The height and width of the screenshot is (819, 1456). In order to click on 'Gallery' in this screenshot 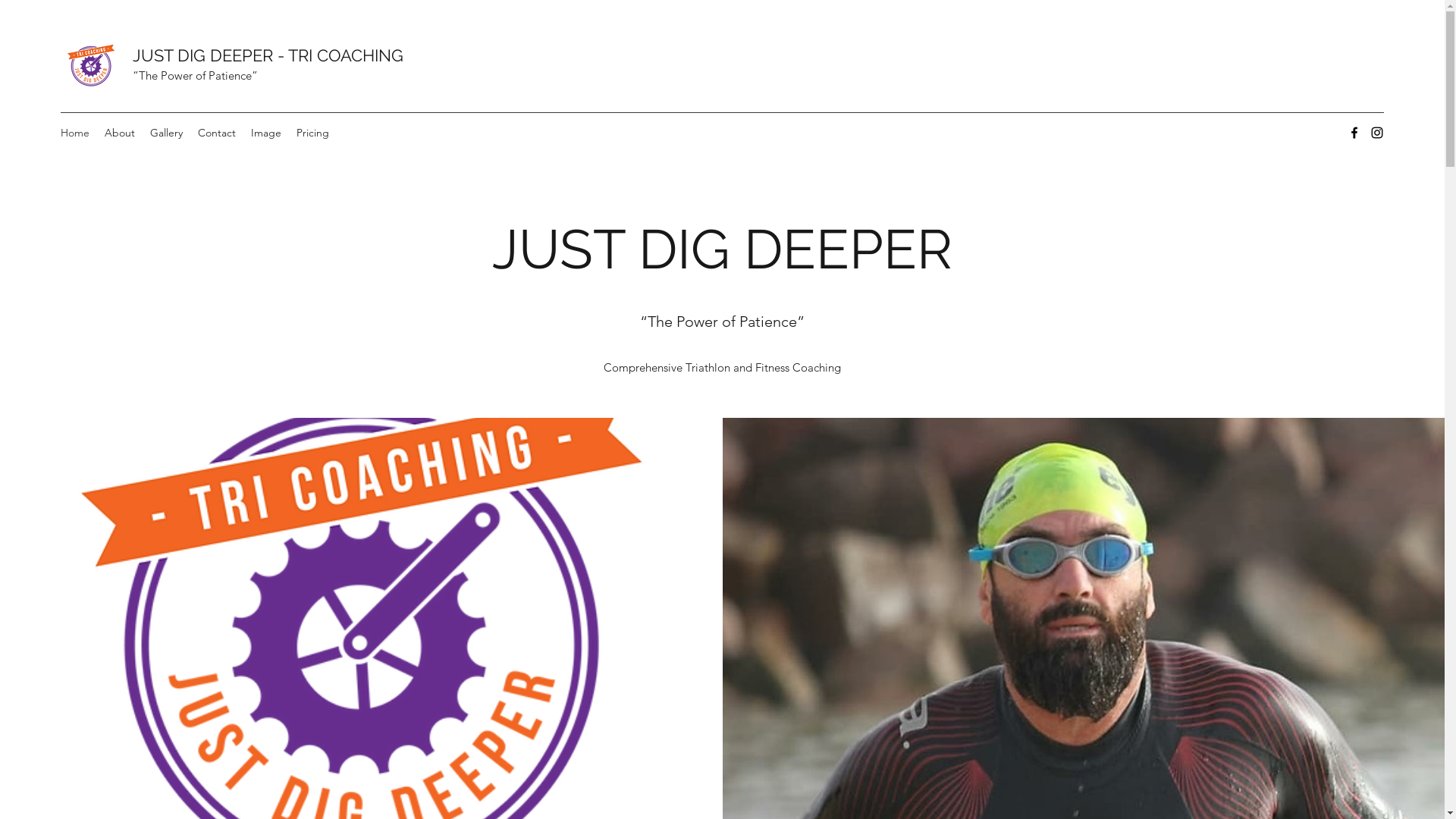, I will do `click(142, 131)`.